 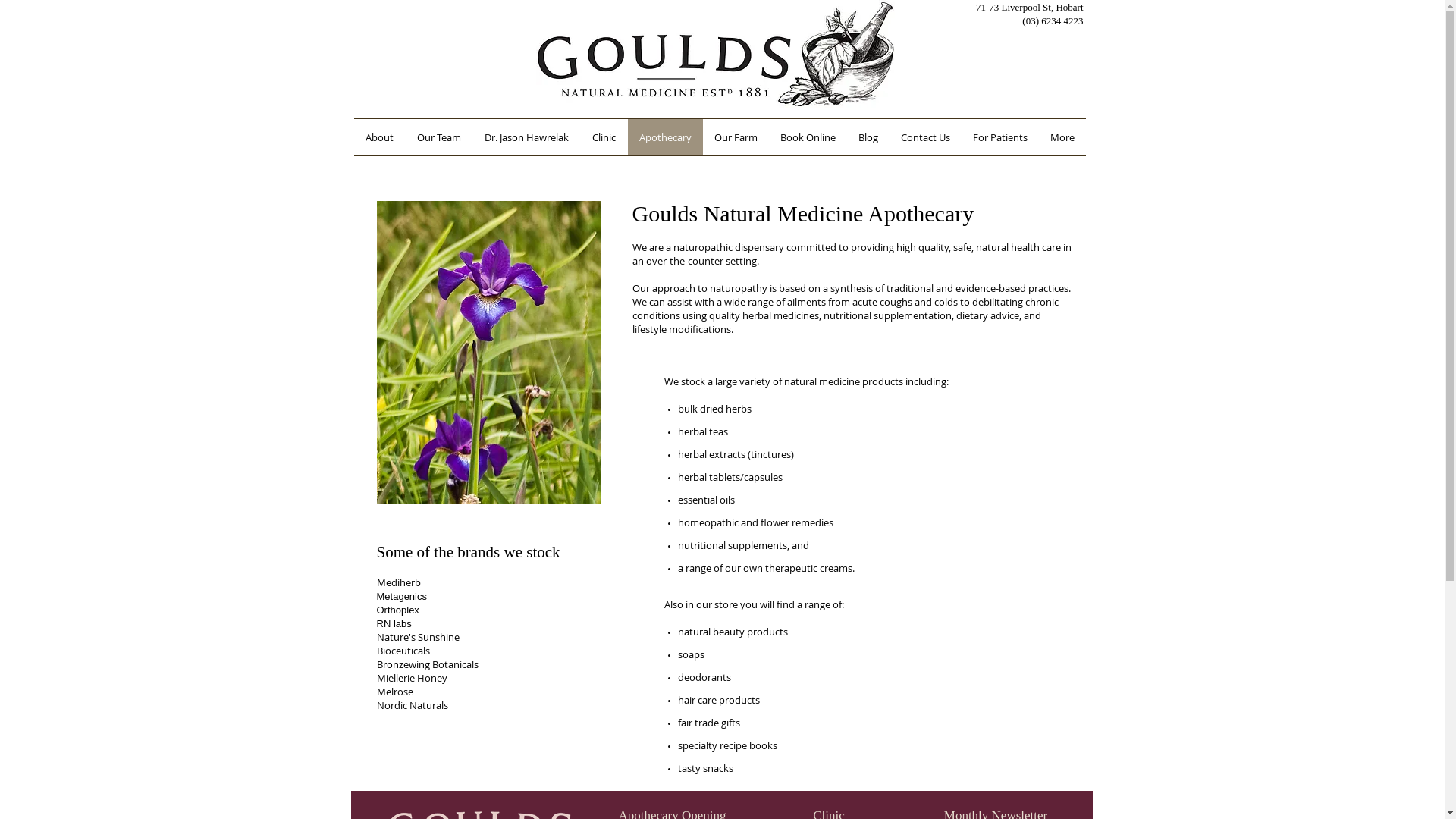 What do you see at coordinates (404, 137) in the screenshot?
I see `'Our Team'` at bounding box center [404, 137].